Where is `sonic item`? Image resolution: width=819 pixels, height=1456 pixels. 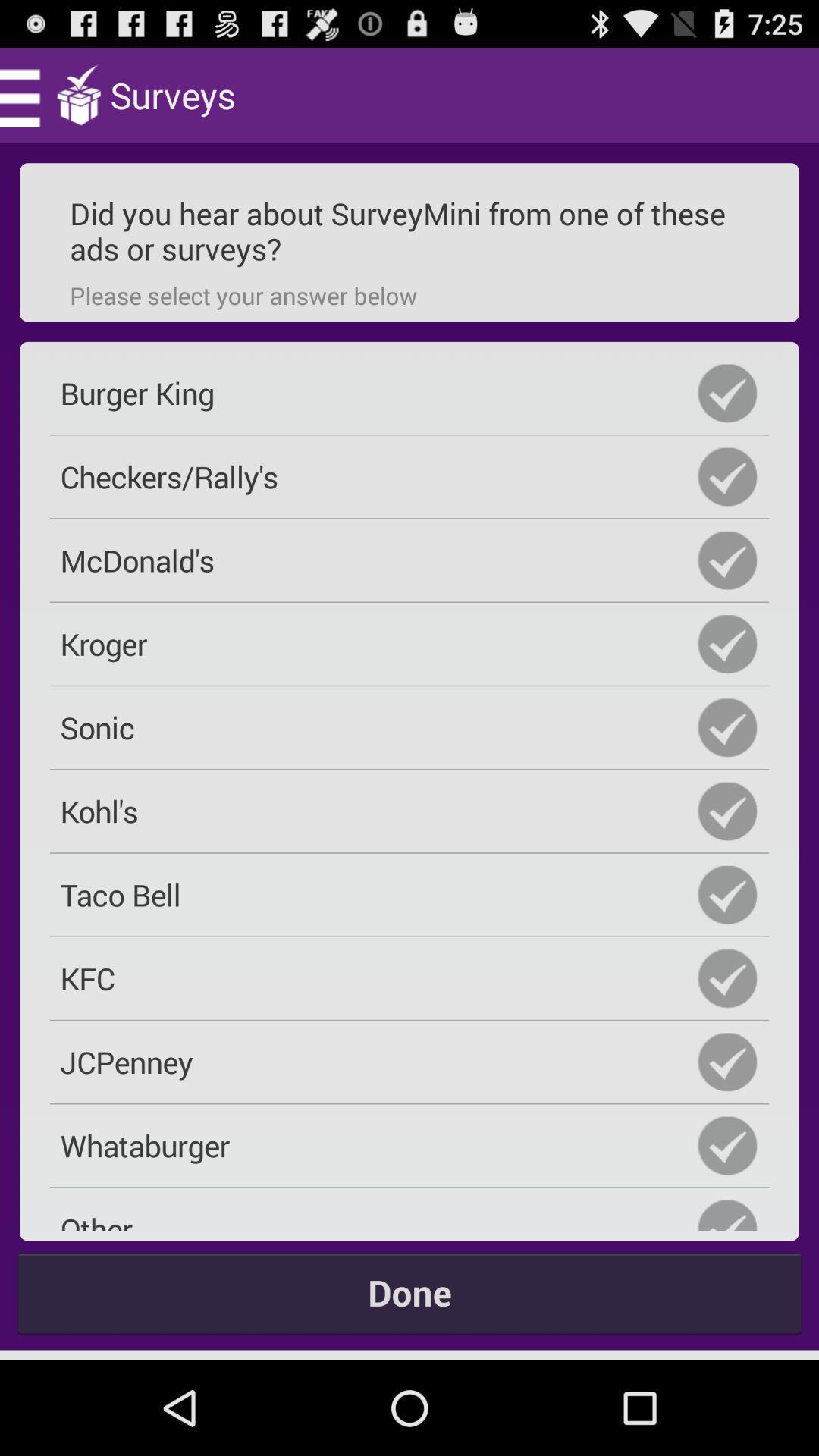
sonic item is located at coordinates (409, 726).